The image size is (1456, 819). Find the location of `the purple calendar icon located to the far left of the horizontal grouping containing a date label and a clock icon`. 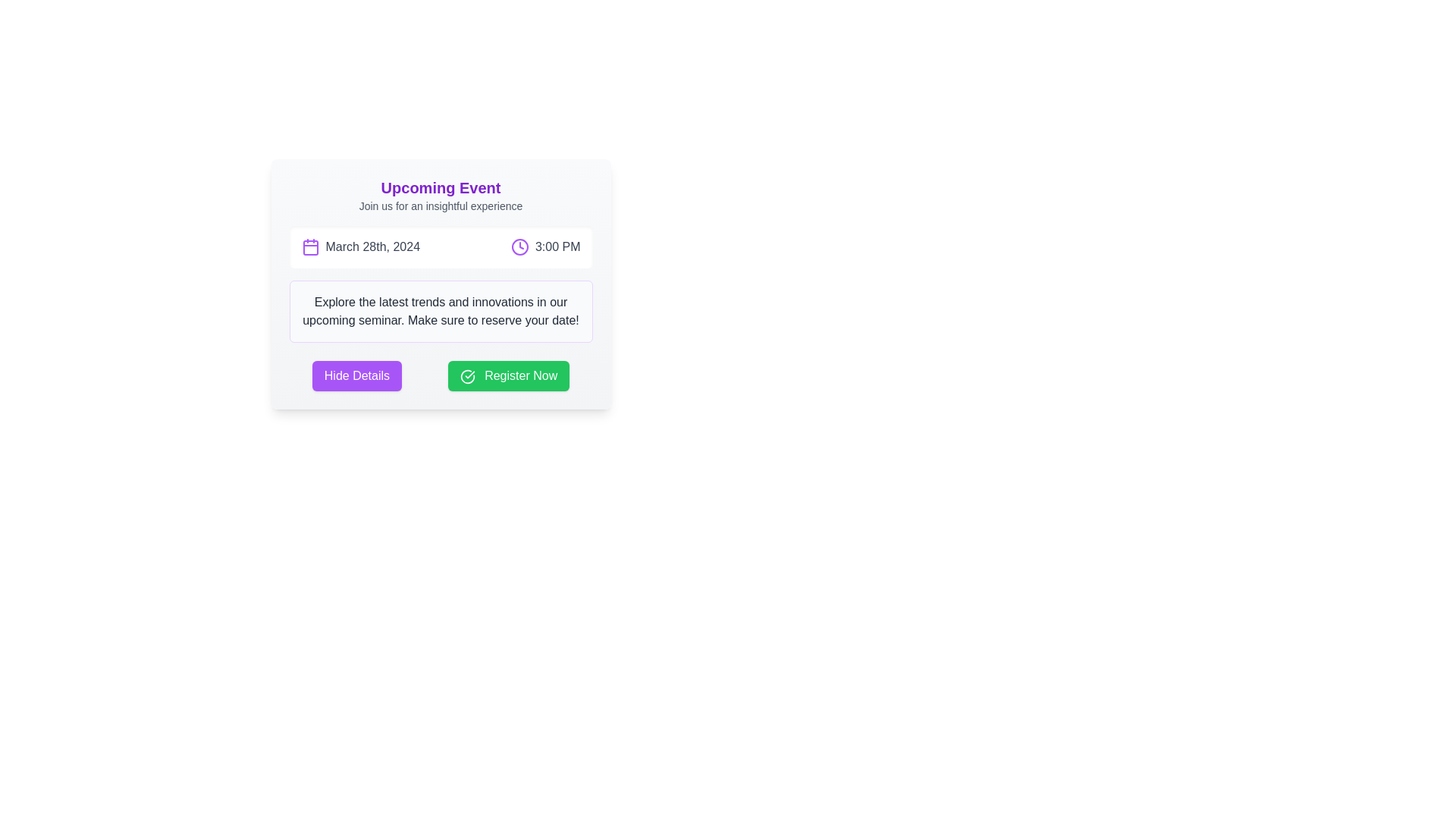

the purple calendar icon located to the far left of the horizontal grouping containing a date label and a clock icon is located at coordinates (309, 246).